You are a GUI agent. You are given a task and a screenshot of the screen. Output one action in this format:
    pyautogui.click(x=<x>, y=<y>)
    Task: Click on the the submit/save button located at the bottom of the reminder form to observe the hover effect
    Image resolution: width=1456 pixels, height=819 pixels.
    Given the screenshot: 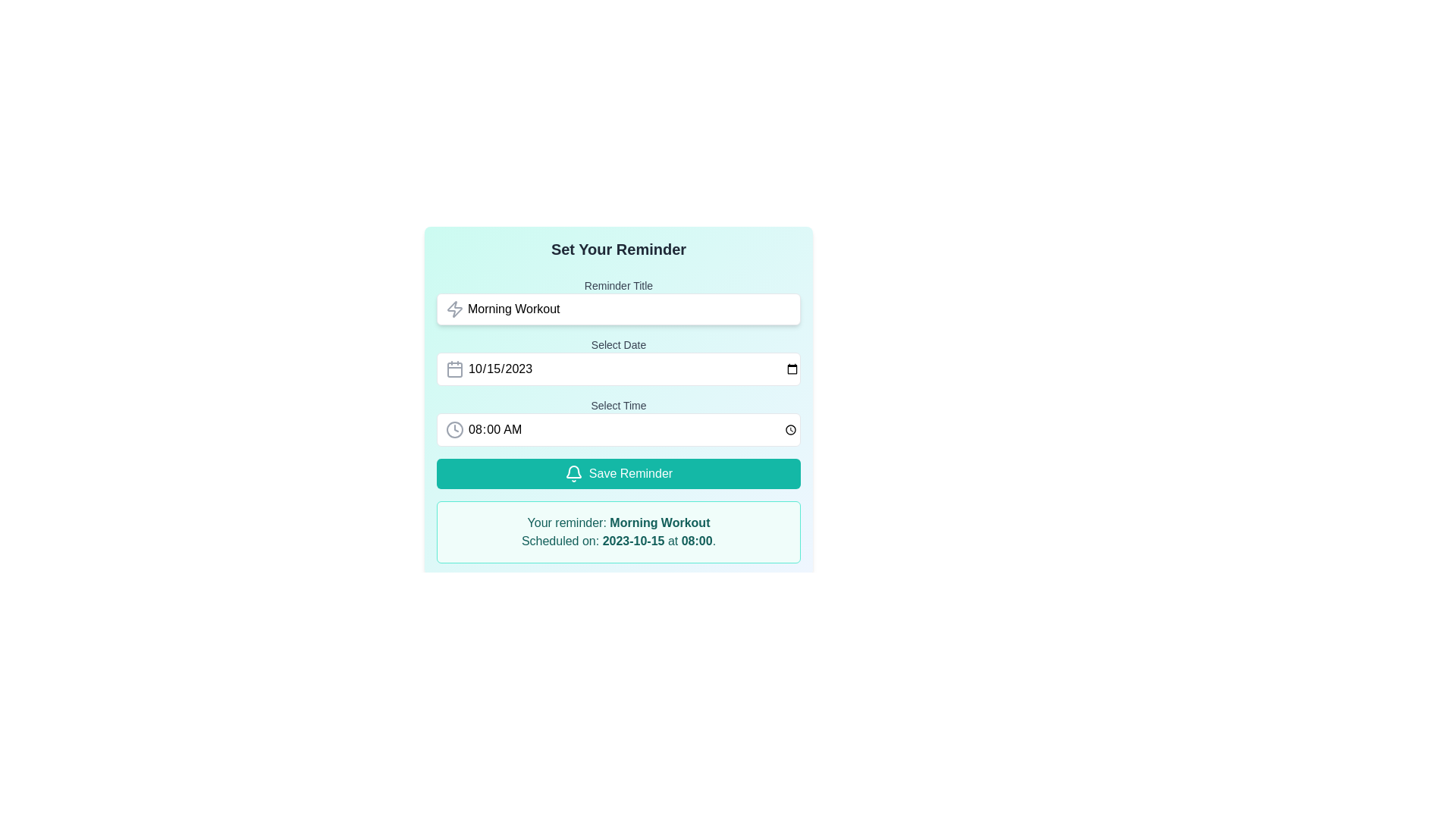 What is the action you would take?
    pyautogui.click(x=619, y=472)
    